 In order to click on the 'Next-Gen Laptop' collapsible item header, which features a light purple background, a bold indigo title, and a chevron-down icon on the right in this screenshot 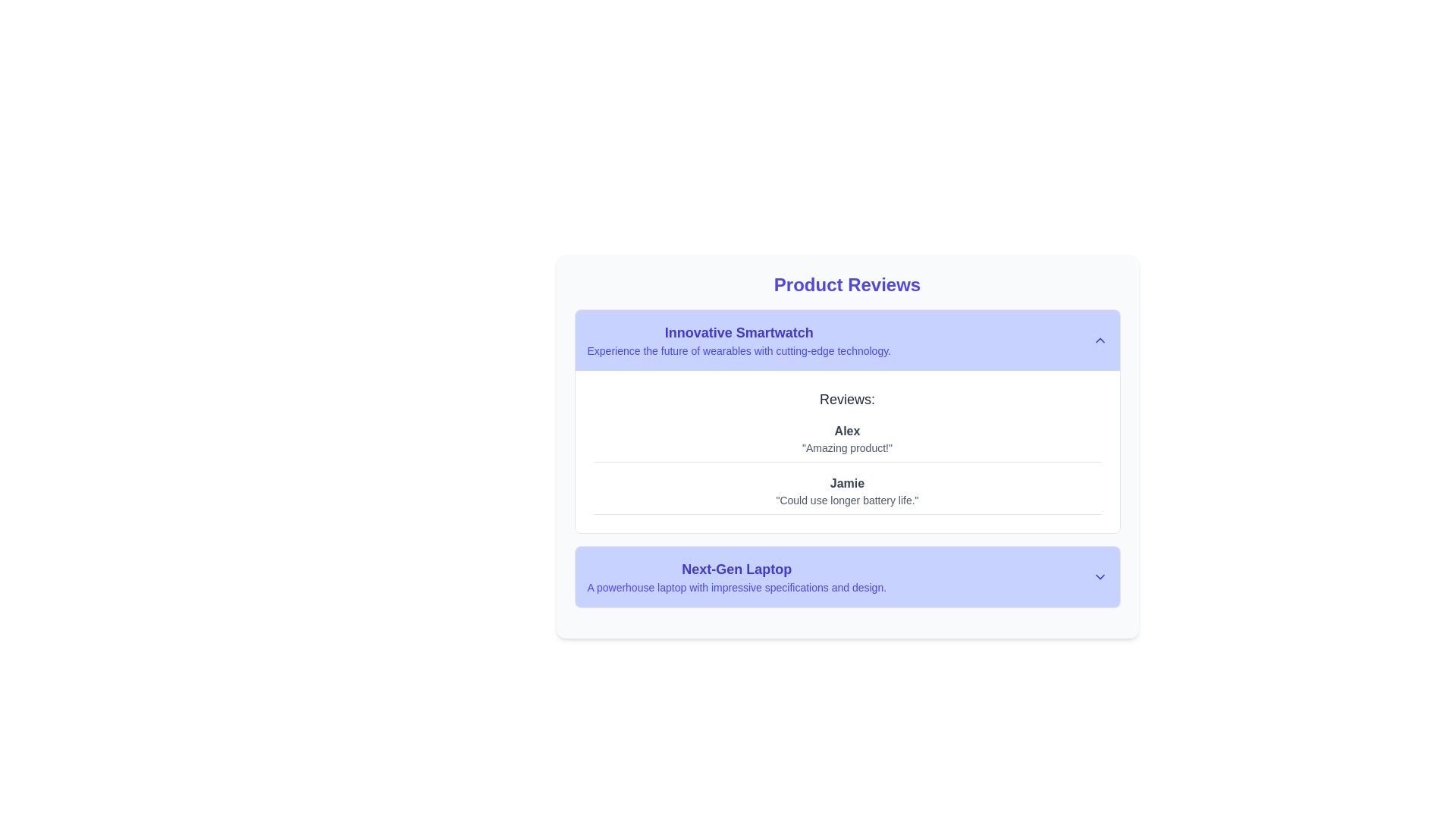, I will do `click(846, 576)`.